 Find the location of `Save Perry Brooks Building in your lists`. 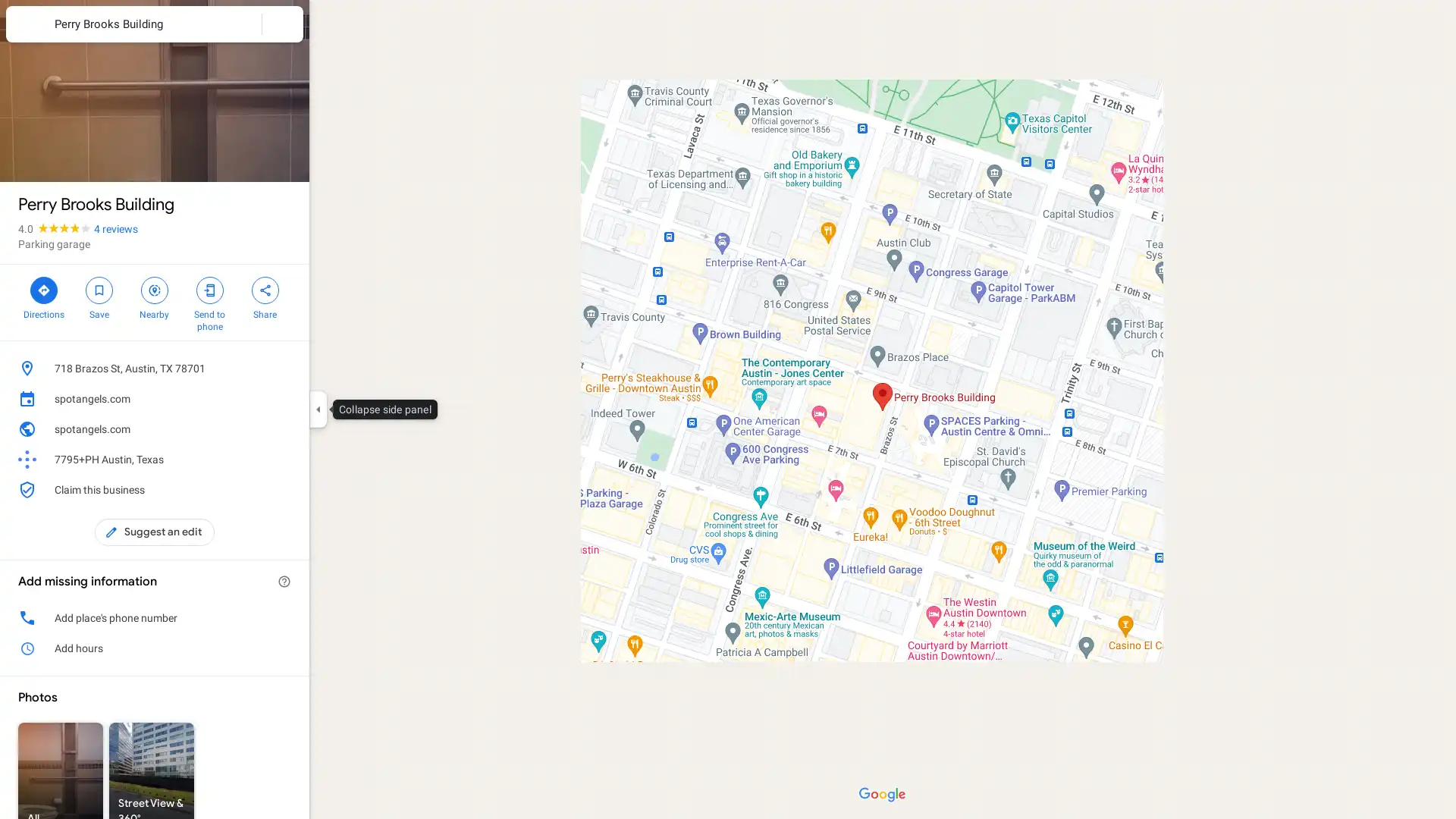

Save Perry Brooks Building in your lists is located at coordinates (98, 296).